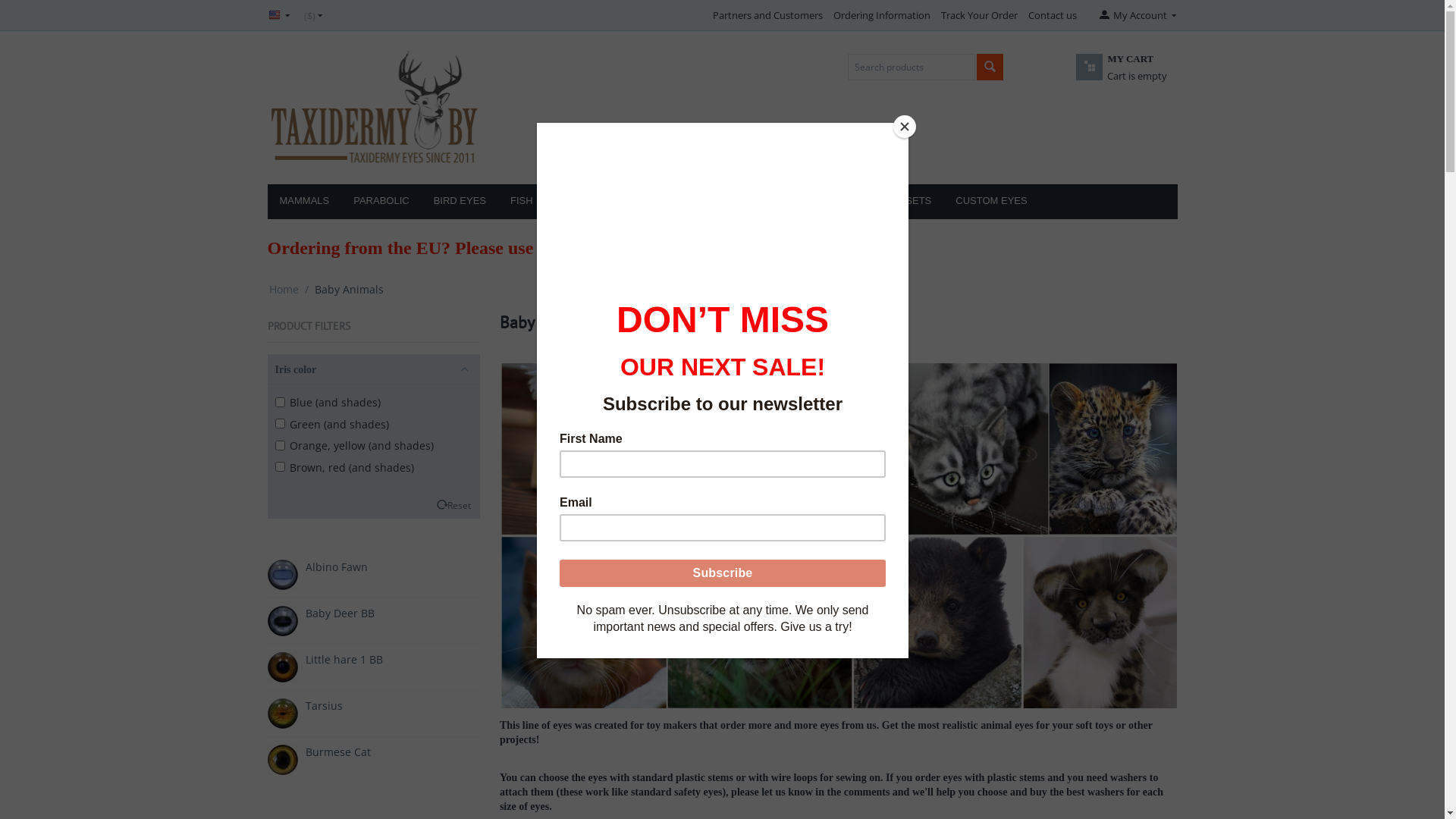  Describe the element at coordinates (881, 14) in the screenshot. I see `'Ordering Information'` at that location.